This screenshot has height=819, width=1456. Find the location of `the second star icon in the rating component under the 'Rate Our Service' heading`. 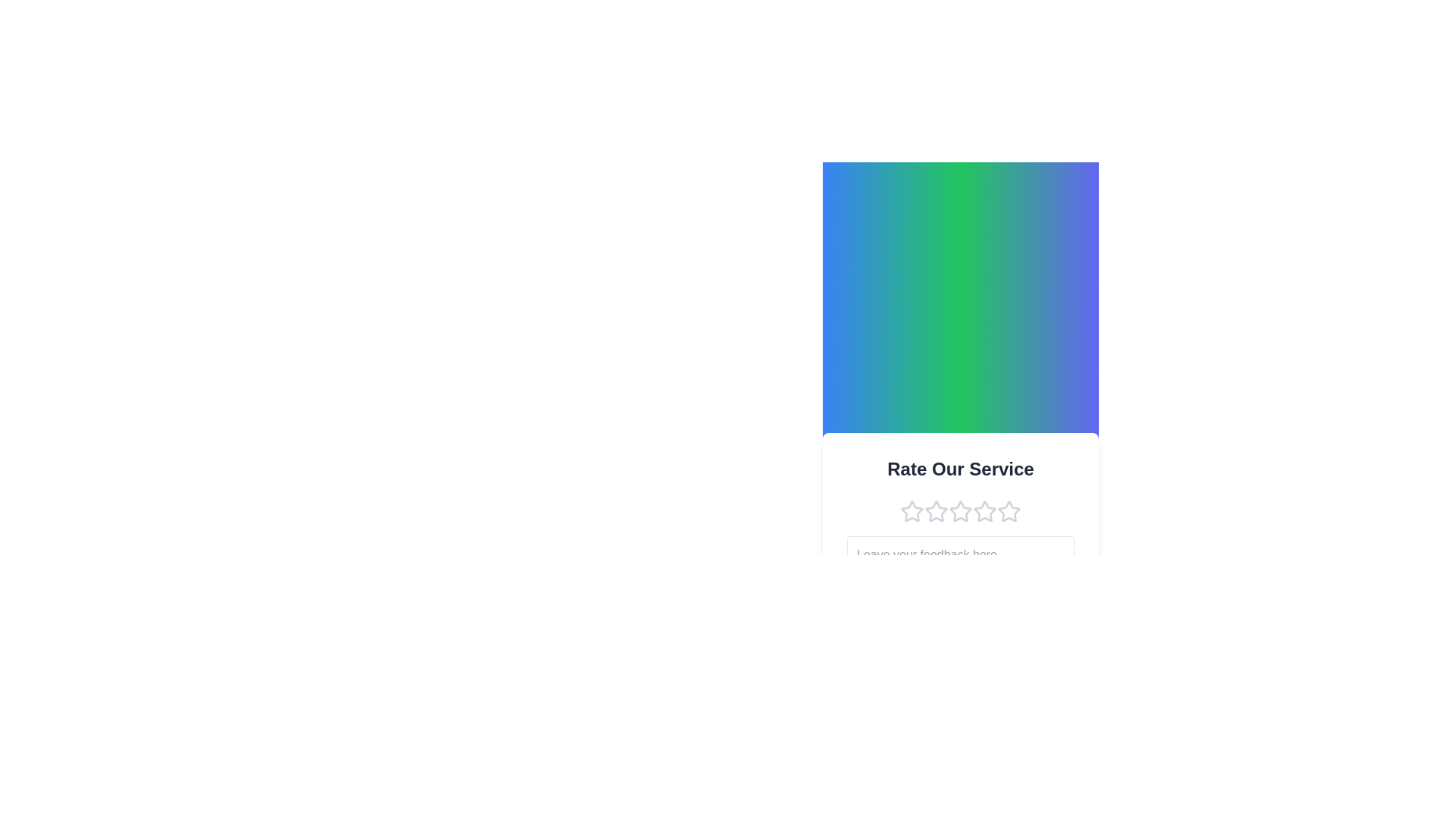

the second star icon in the rating component under the 'Rate Our Service' heading is located at coordinates (960, 510).